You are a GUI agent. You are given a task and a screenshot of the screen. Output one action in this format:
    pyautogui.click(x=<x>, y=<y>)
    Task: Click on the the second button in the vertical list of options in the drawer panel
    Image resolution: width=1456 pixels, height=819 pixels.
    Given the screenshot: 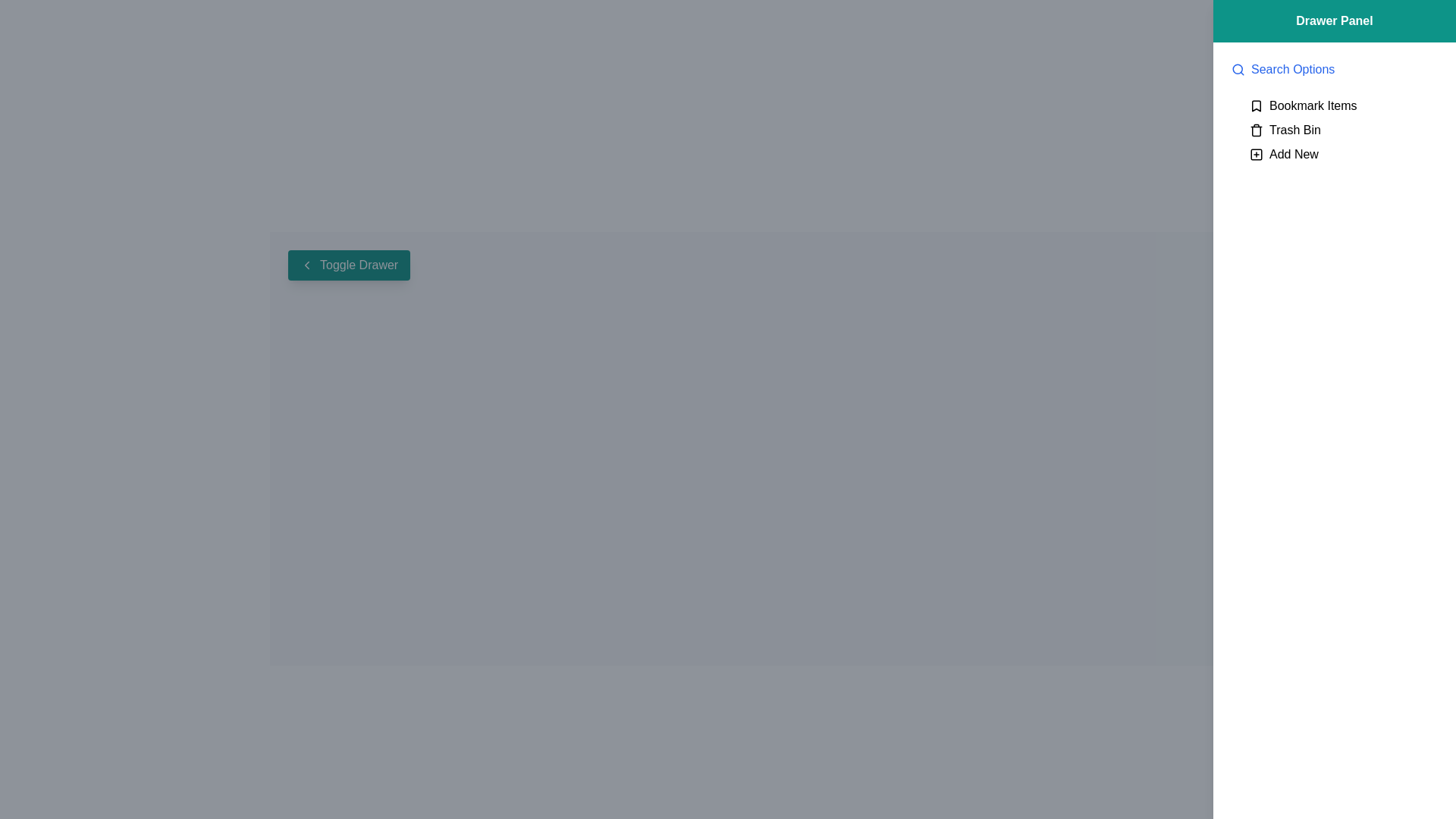 What is the action you would take?
    pyautogui.click(x=1284, y=130)
    